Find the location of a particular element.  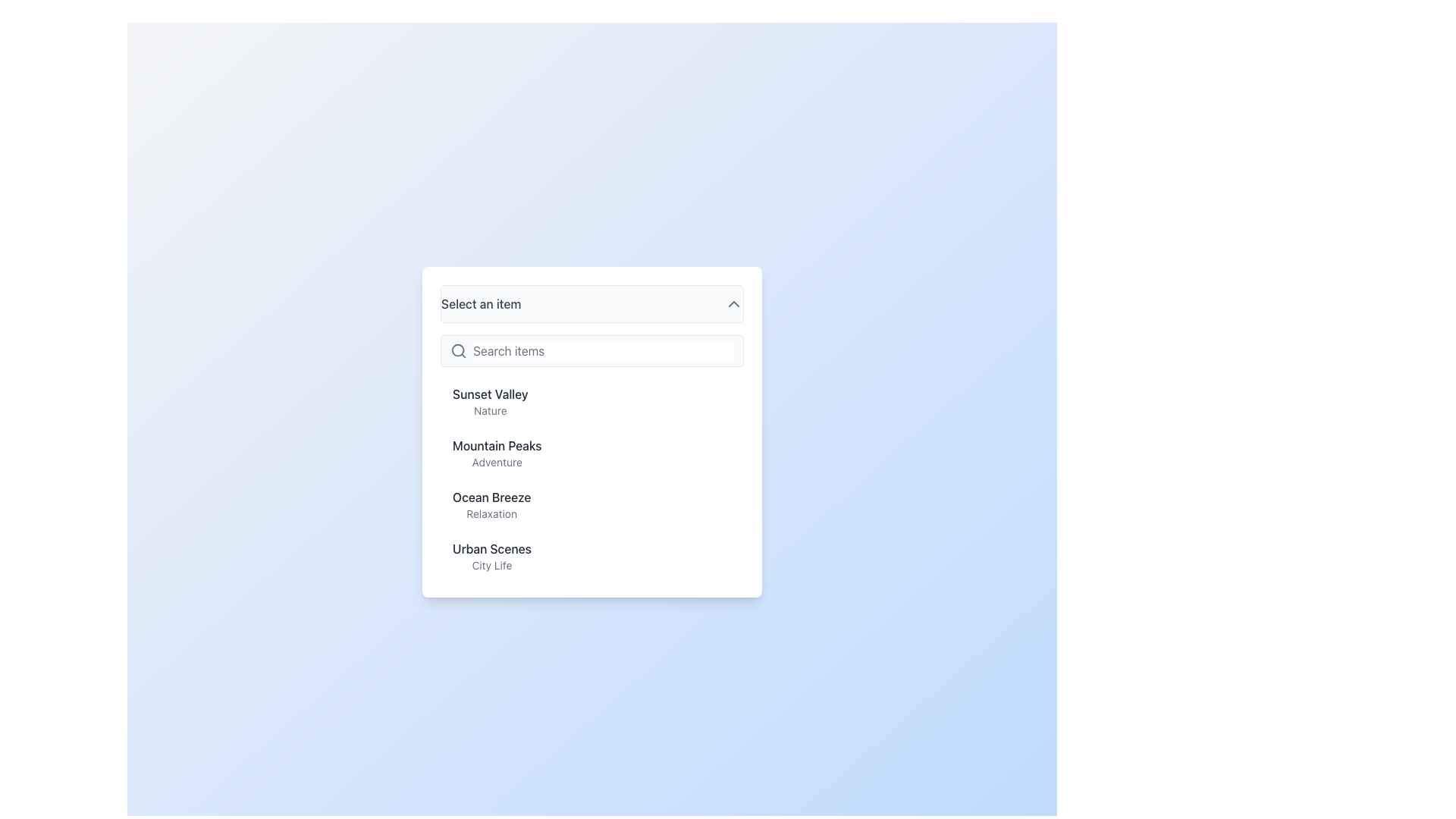

the text label that serves as a title for the dropdown item, which is centrally aligned and positioned above the 'Adventure' text is located at coordinates (497, 444).